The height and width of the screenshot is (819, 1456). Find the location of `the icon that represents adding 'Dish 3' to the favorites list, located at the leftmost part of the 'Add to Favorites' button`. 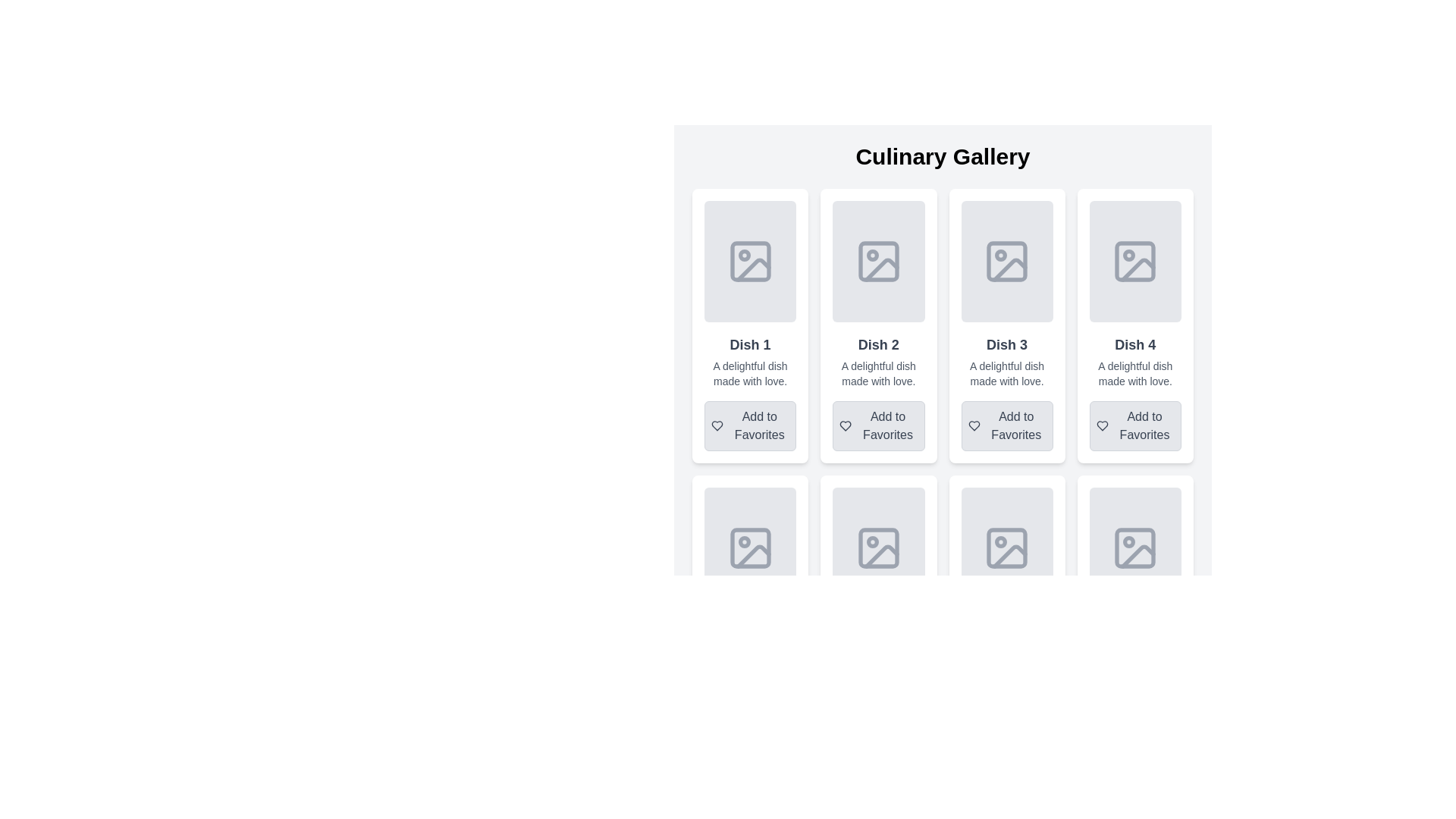

the icon that represents adding 'Dish 3' to the favorites list, located at the leftmost part of the 'Add to Favorites' button is located at coordinates (974, 426).